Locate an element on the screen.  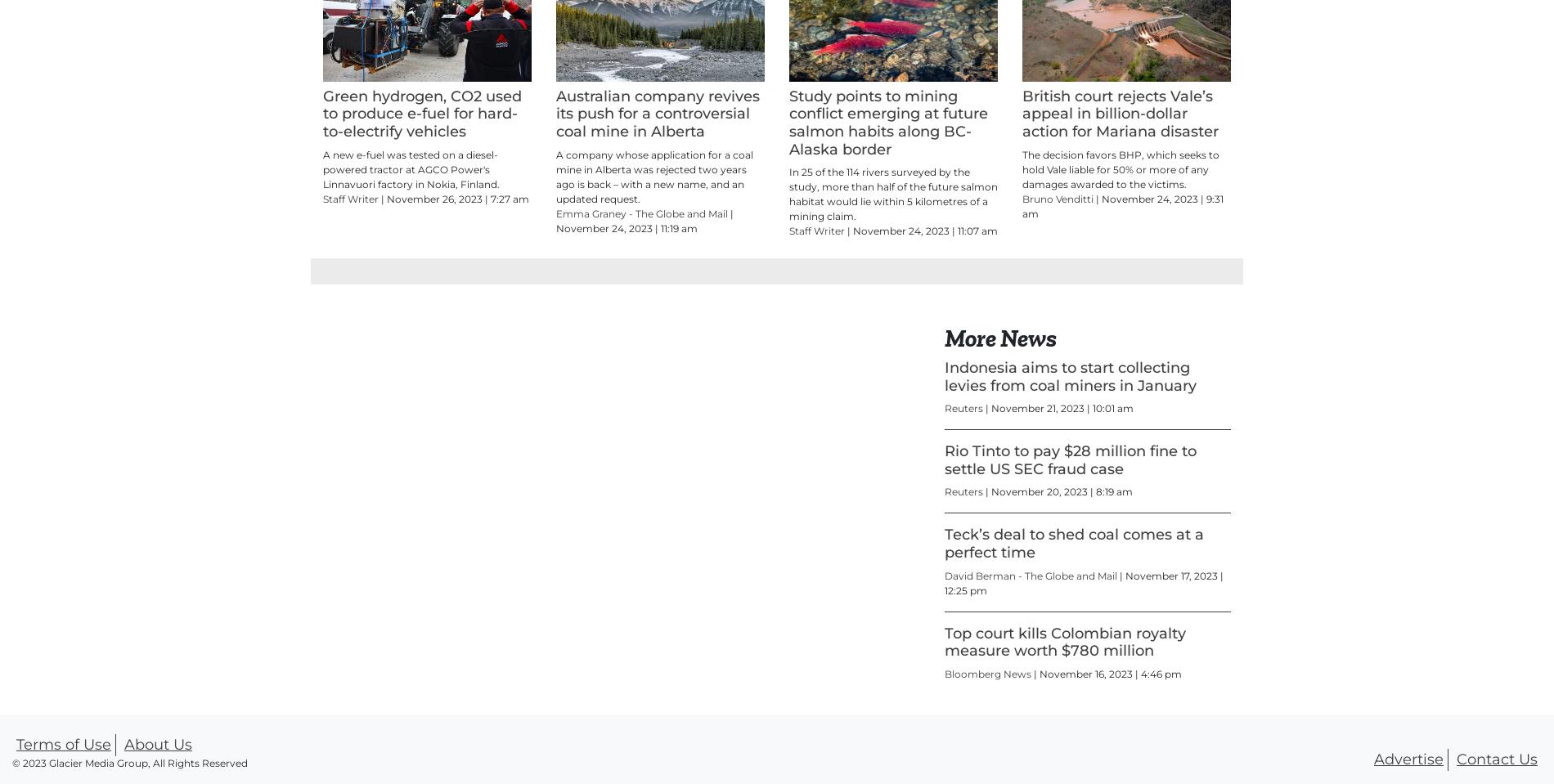
'Rio Tinto to pay $28 million fine to settle US SEC fraud case' is located at coordinates (1069, 533).